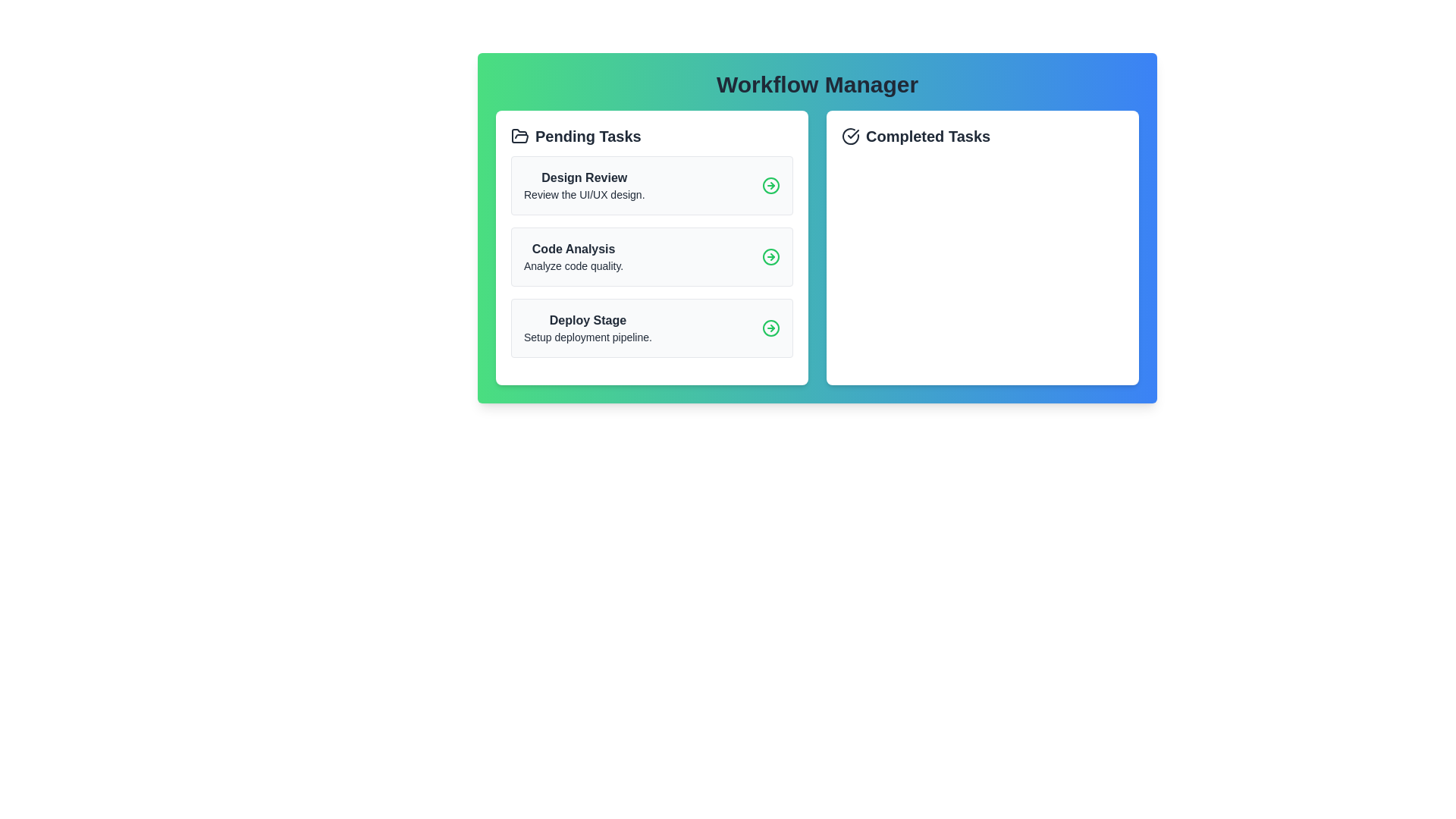 The image size is (1456, 819). Describe the element at coordinates (771, 185) in the screenshot. I see `the right-pointing arrow icon button enclosed within a green circle in the 'Design Review' task card` at that location.